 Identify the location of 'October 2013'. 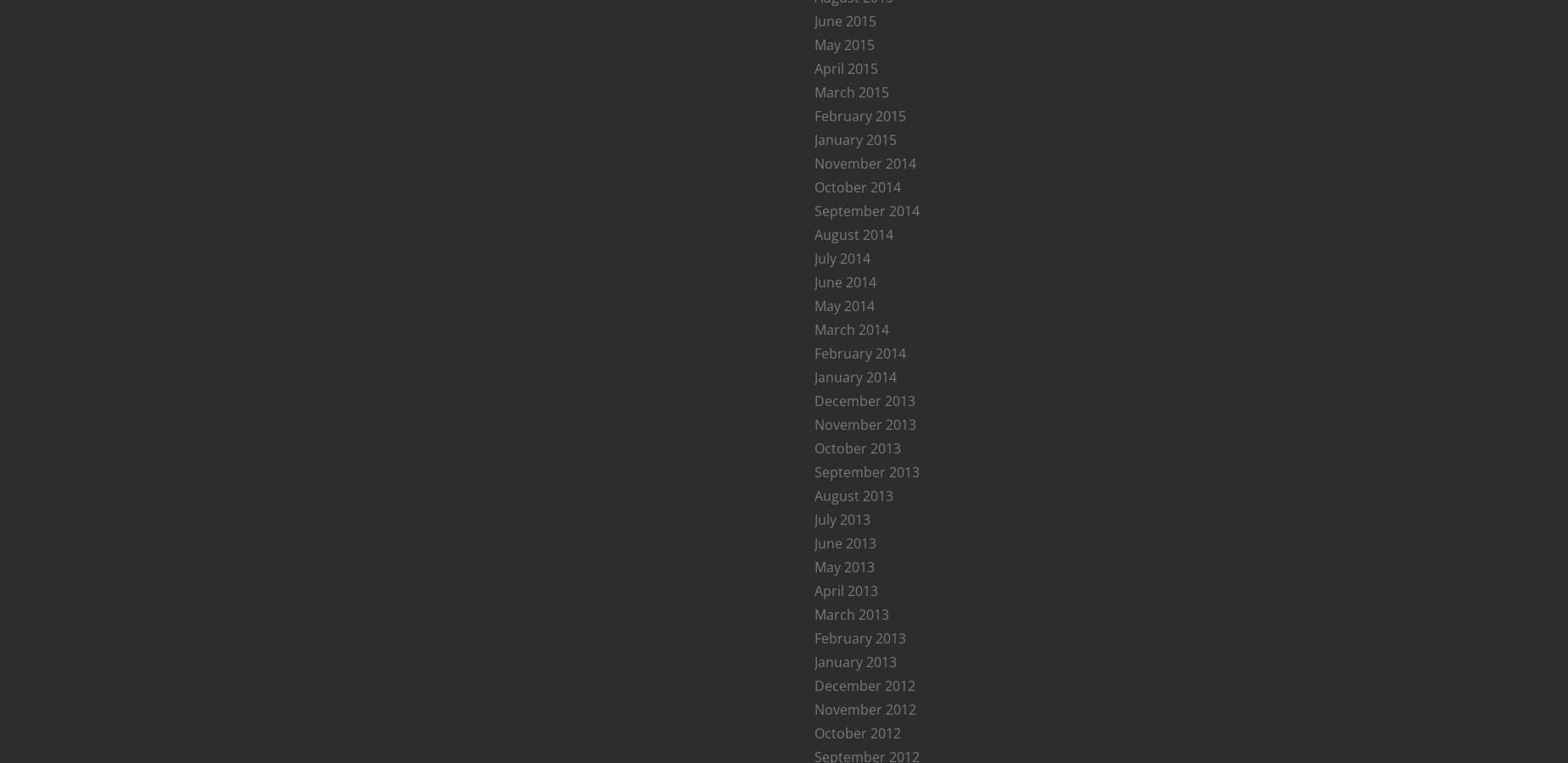
(856, 447).